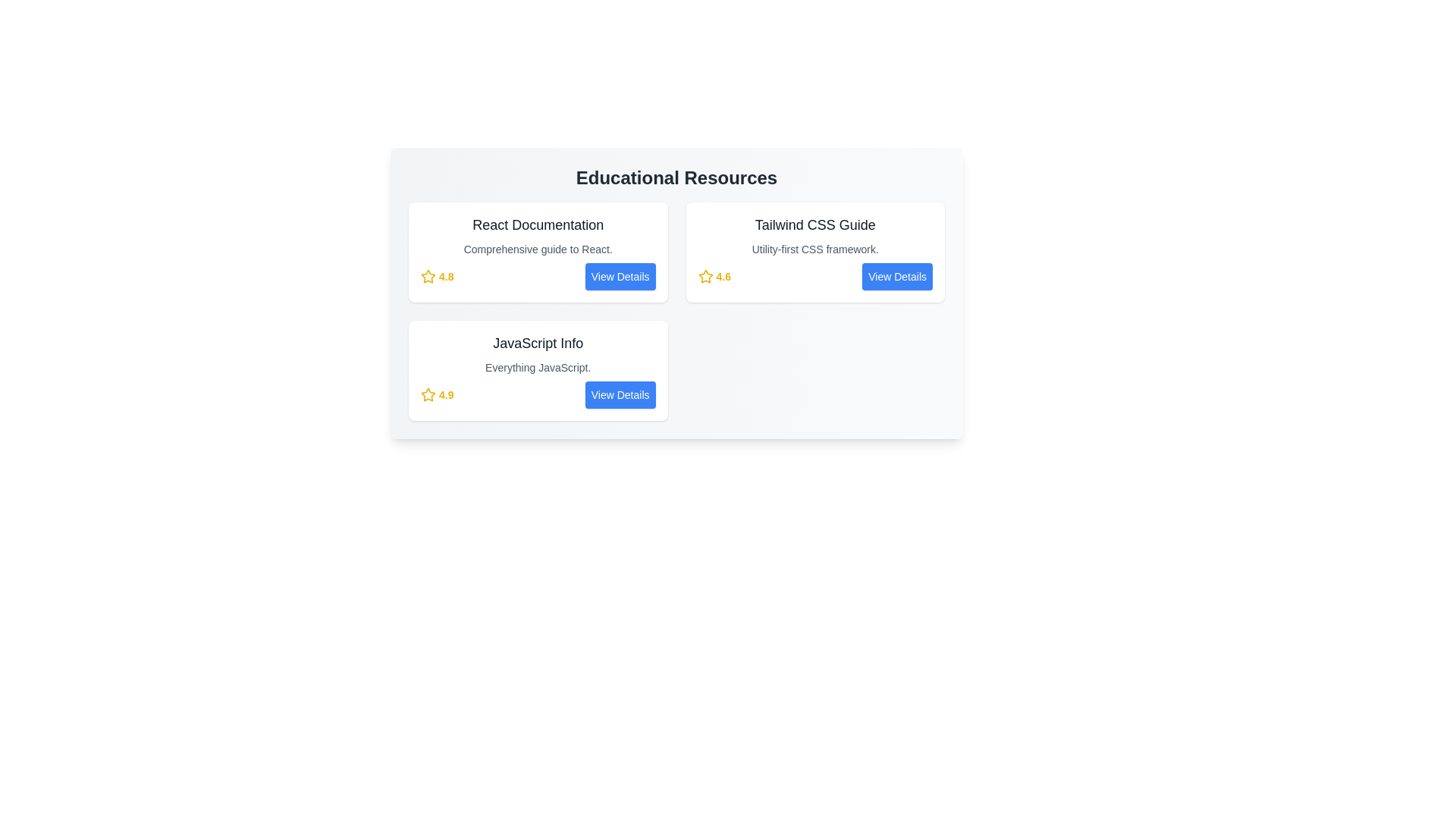 Image resolution: width=1456 pixels, height=819 pixels. Describe the element at coordinates (538, 368) in the screenshot. I see `the description of the resource titled 'JavaScript Info'` at that location.